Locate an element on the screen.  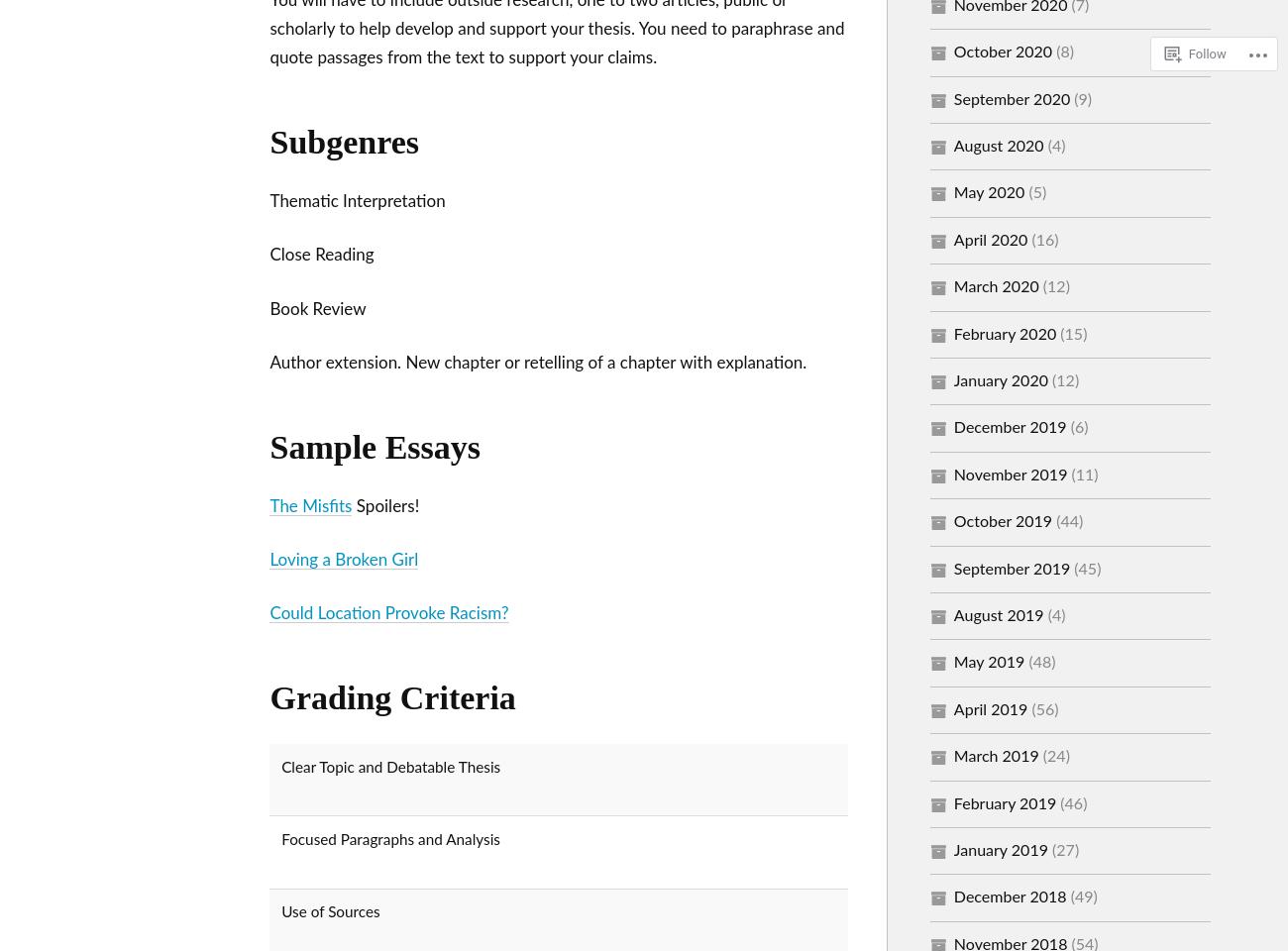
'August 2019' is located at coordinates (997, 614).